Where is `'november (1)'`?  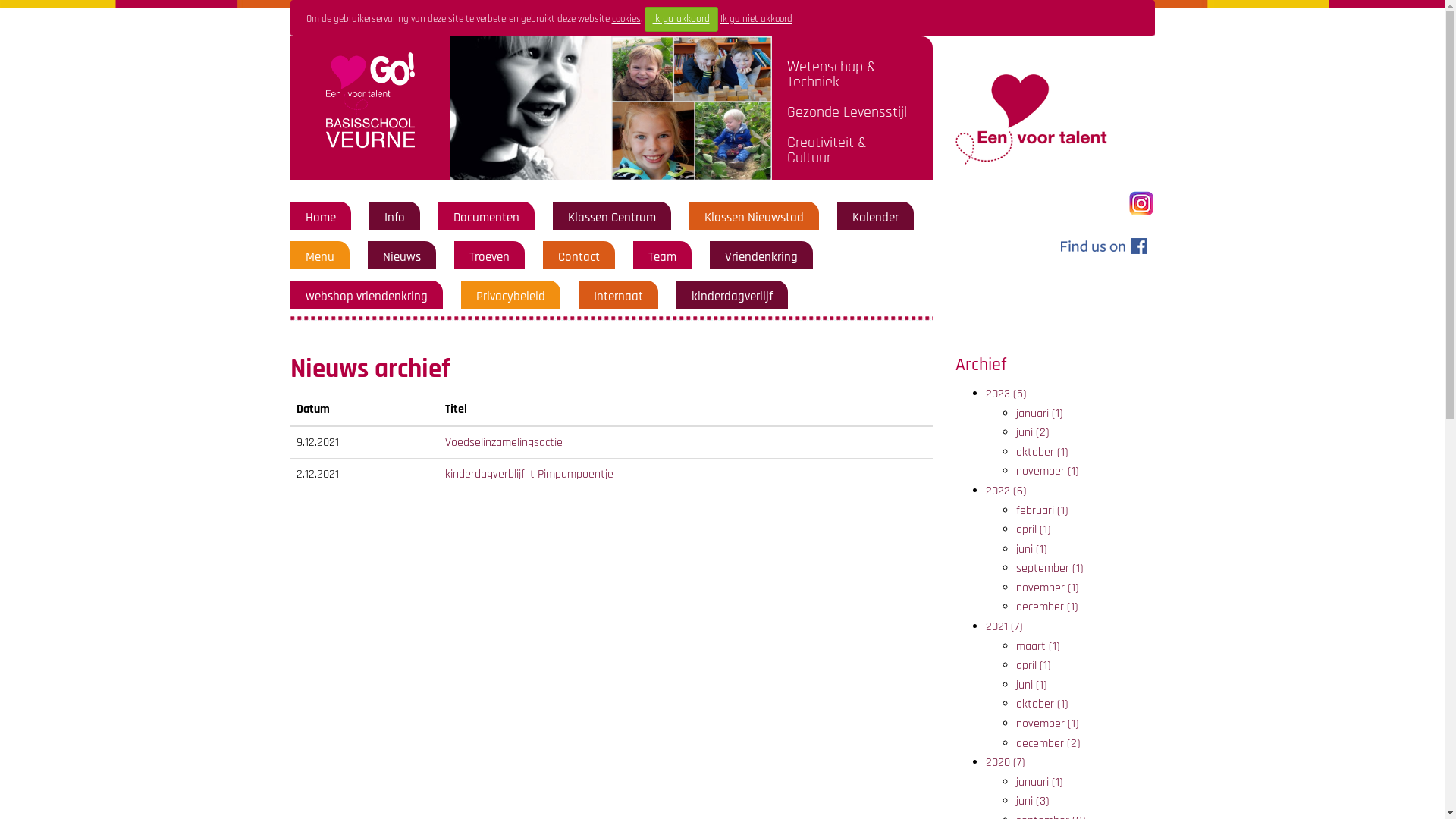 'november (1)' is located at coordinates (1046, 723).